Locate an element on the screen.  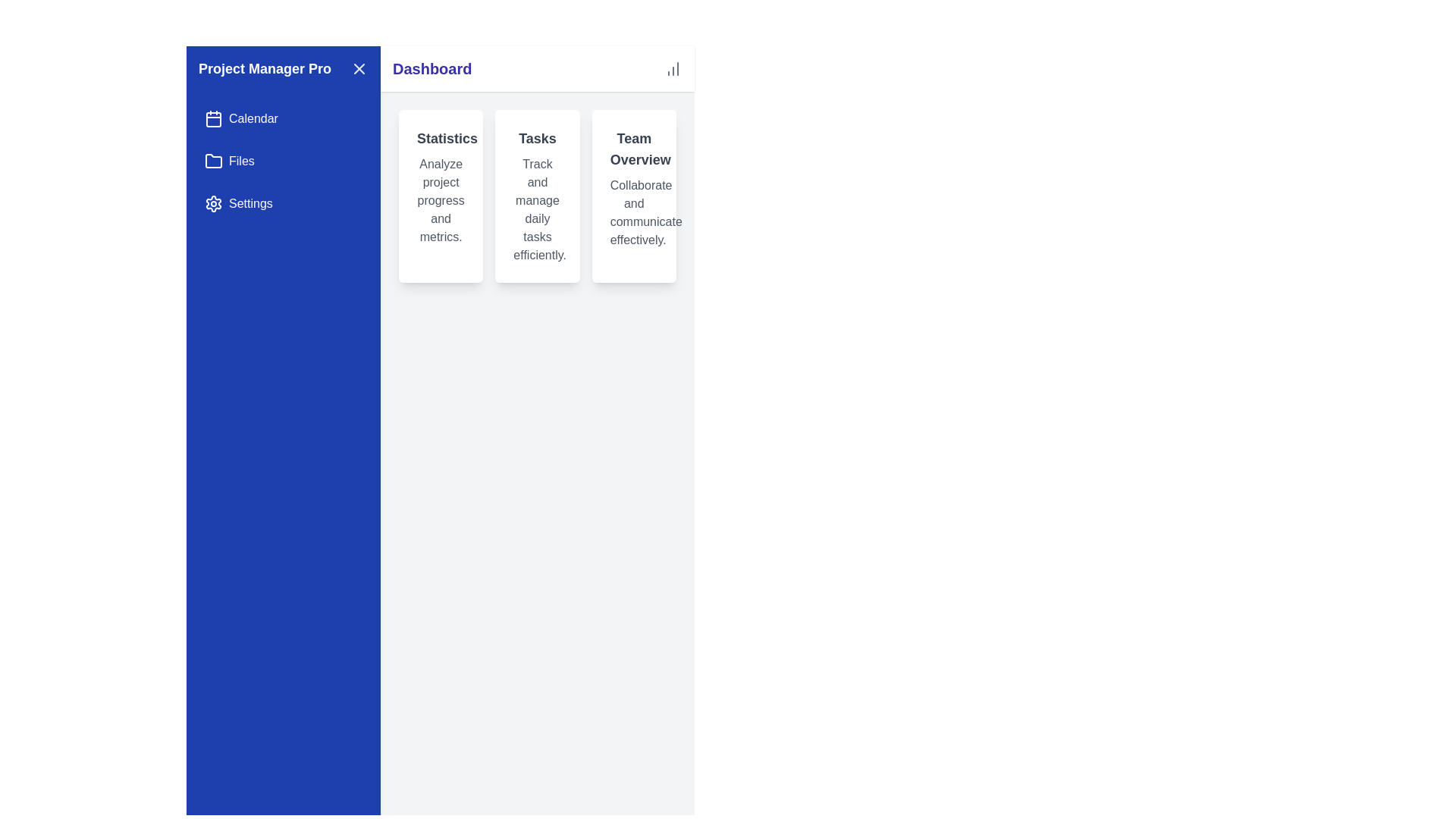
the settings button located in the sidebar menu, which is the third item below 'Calendar' and 'Files' is located at coordinates (284, 203).